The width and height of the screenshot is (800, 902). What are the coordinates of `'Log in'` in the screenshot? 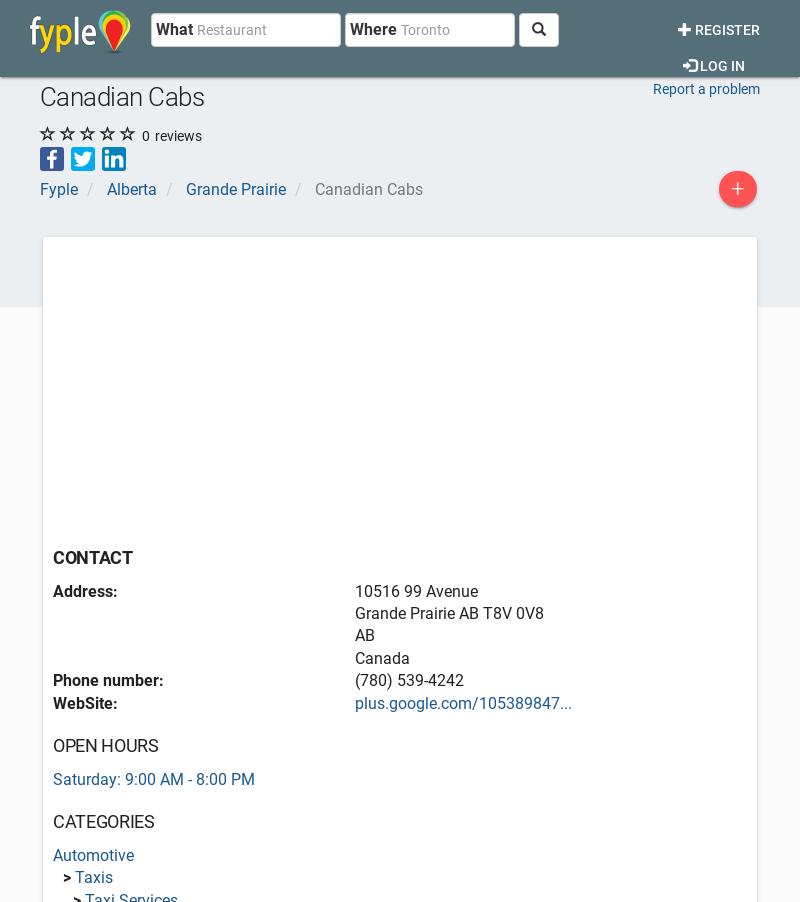 It's located at (696, 65).